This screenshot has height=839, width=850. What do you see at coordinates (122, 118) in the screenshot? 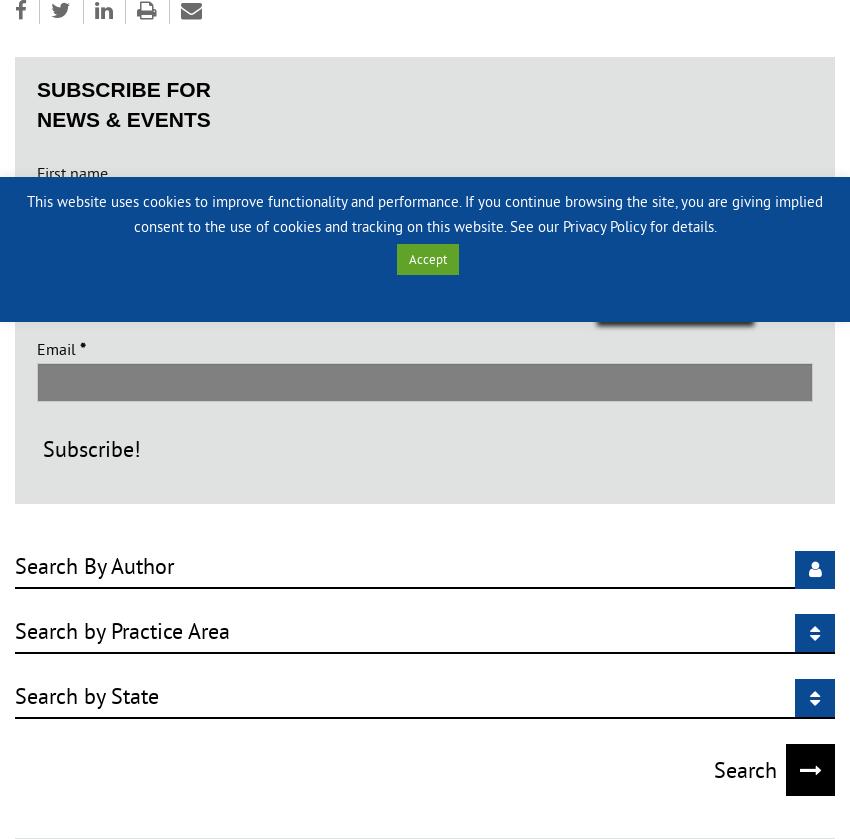
I see `'News & Events'` at bounding box center [122, 118].